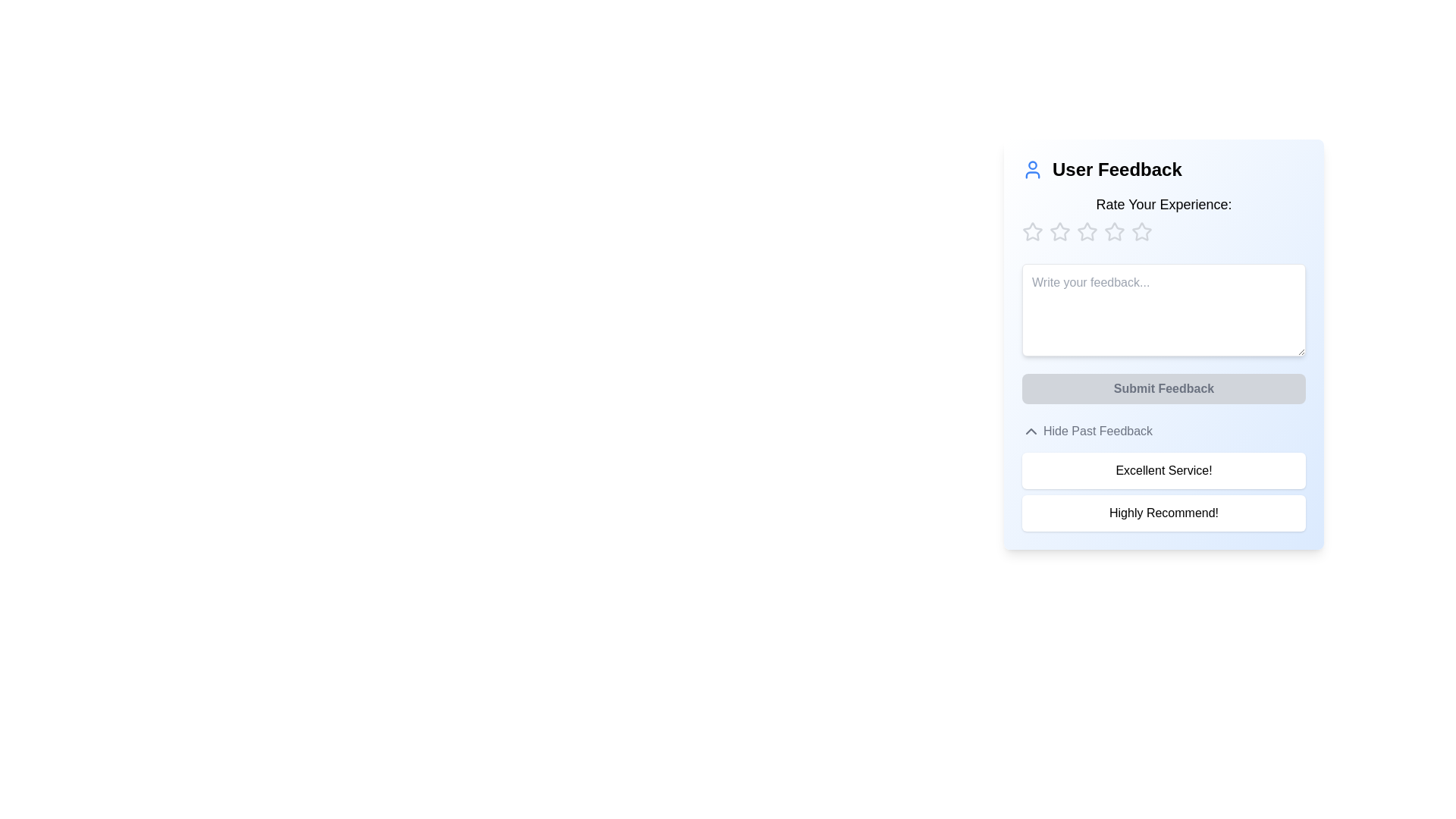  Describe the element at coordinates (1032, 174) in the screenshot. I see `the curved line resembling the bottom half of a smaller circle within the SVG icon structure located in the top-left corner of the user feedback interface` at that location.